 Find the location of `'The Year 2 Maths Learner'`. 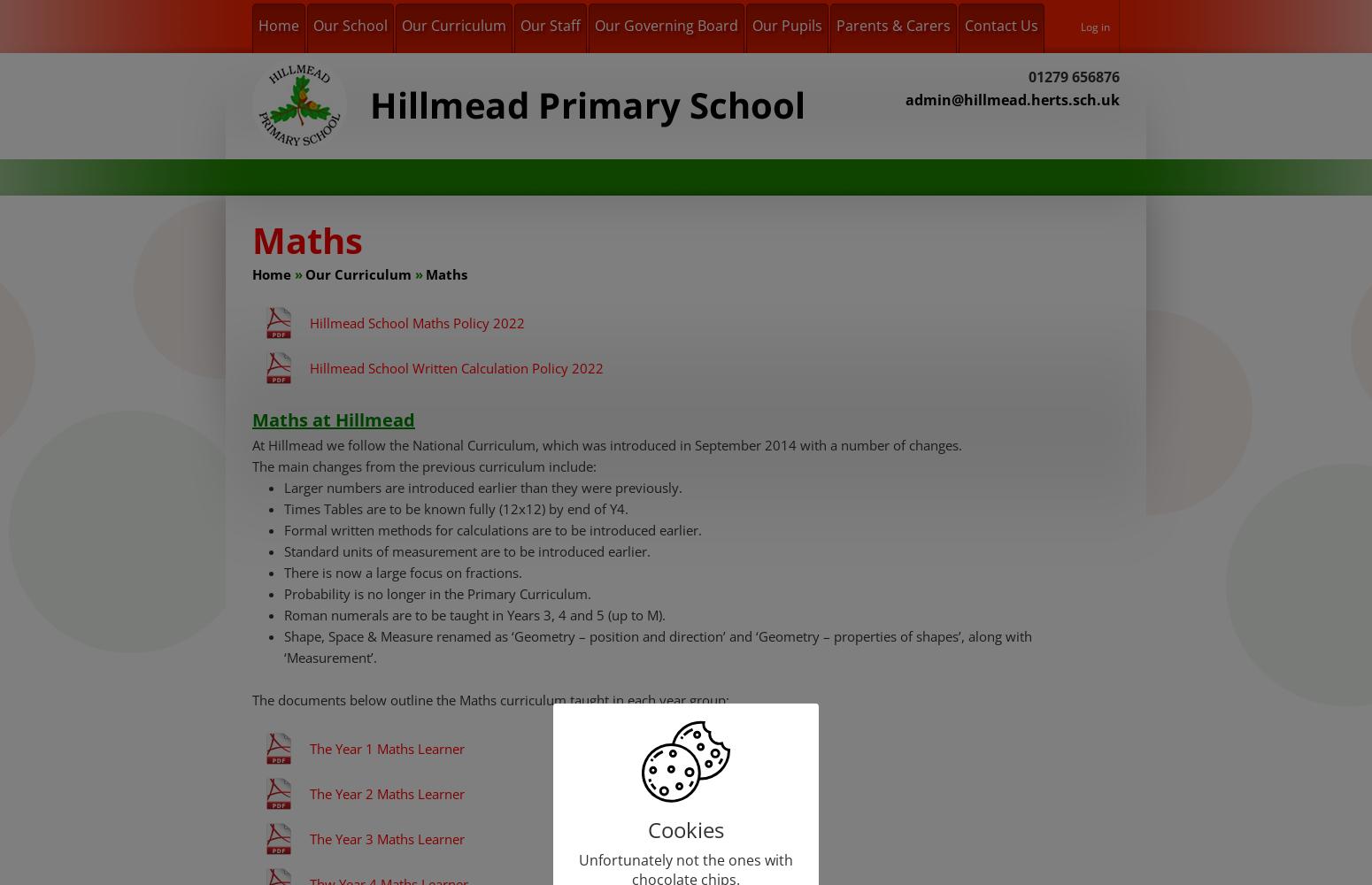

'The Year 2 Maths Learner' is located at coordinates (308, 794).